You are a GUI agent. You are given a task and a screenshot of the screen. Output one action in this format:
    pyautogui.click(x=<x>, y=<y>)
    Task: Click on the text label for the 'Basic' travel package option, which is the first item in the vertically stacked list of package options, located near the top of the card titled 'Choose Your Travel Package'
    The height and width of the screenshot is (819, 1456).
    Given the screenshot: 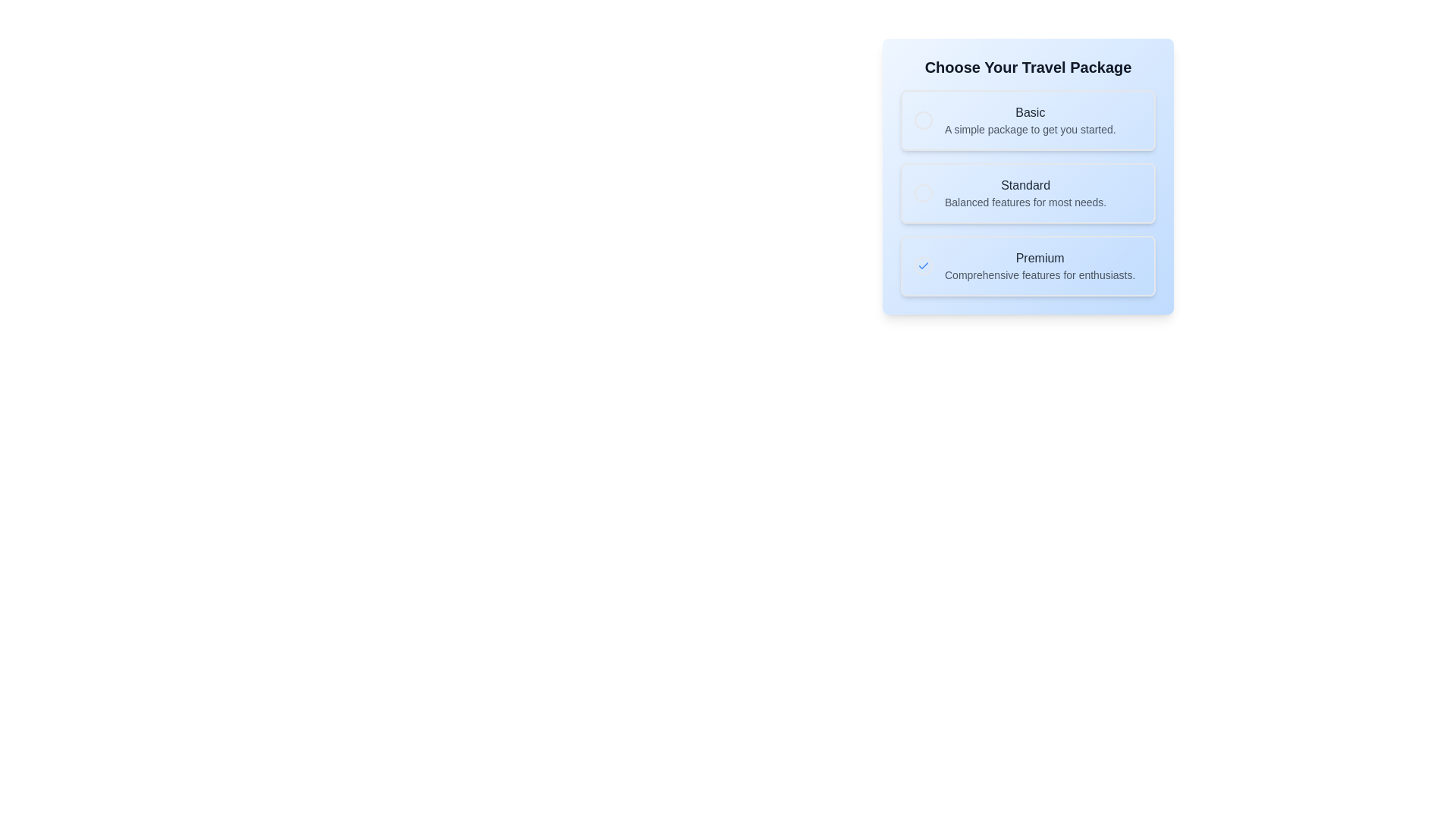 What is the action you would take?
    pyautogui.click(x=1030, y=119)
    